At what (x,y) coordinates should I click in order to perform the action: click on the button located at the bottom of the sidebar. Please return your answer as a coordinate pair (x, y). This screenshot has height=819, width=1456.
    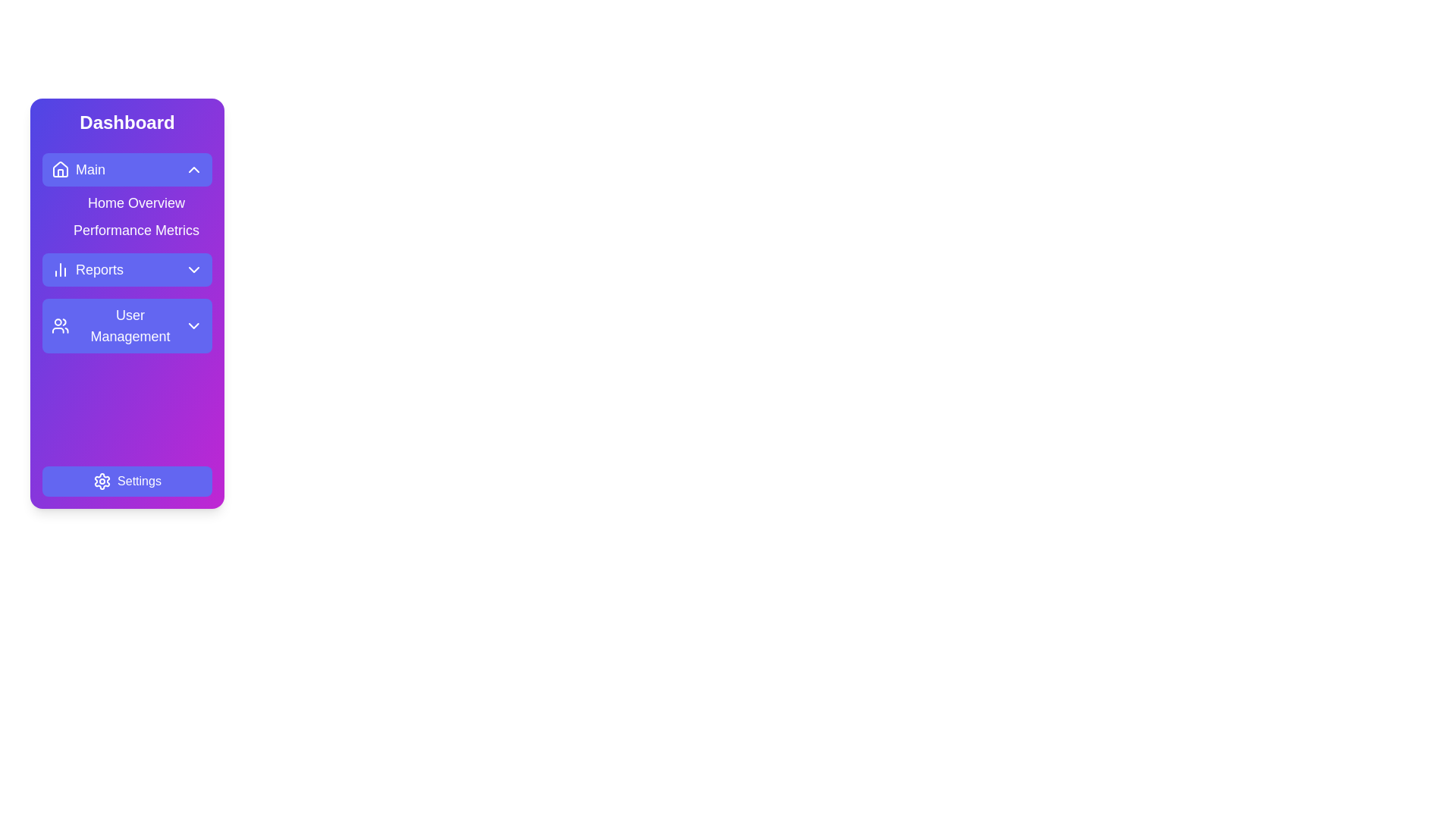
    Looking at the image, I should click on (127, 482).